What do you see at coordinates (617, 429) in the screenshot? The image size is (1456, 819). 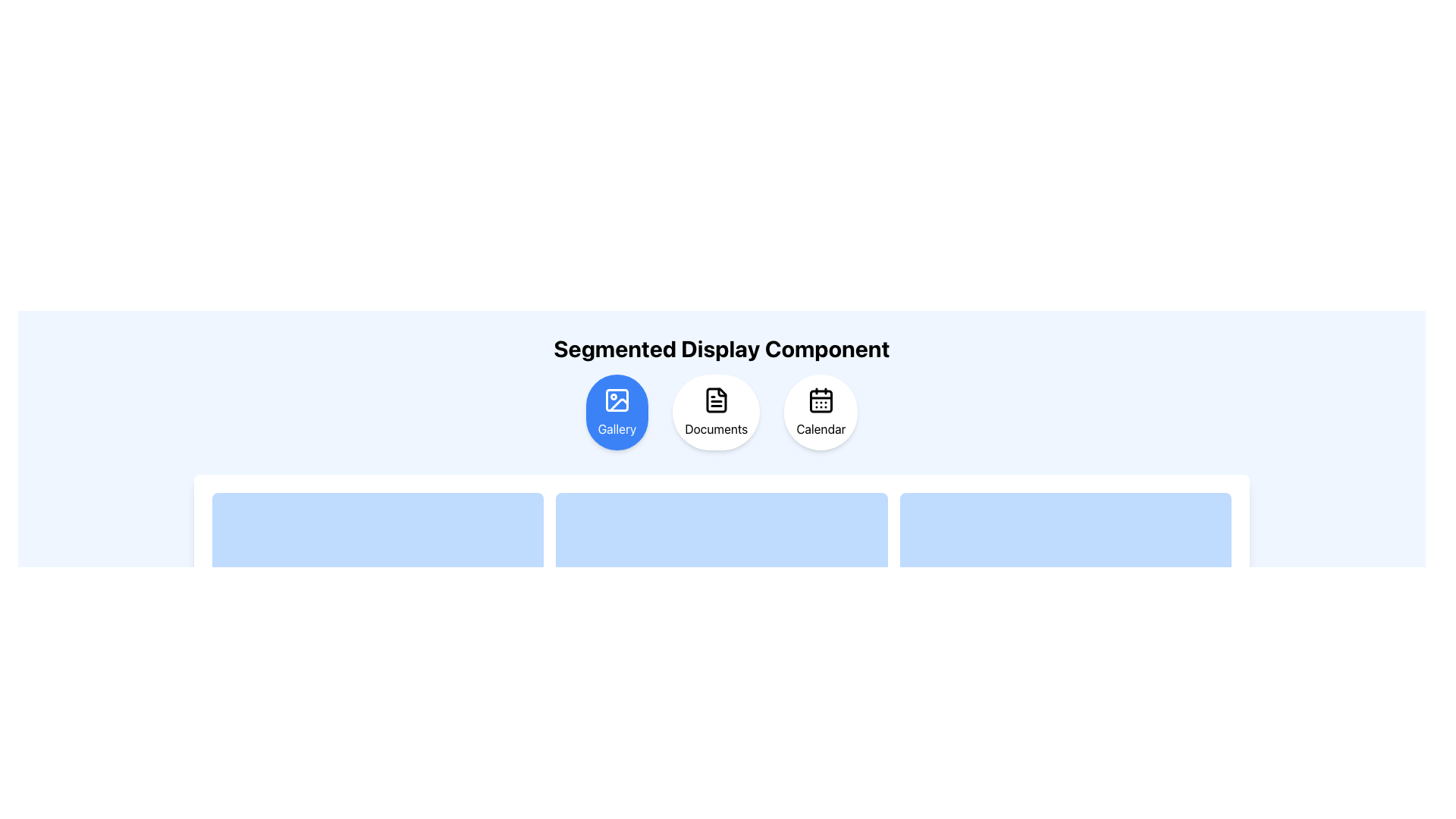 I see `text label displaying 'Gallery', which is styled in white font on a blue background and located below an image icon within a circular button` at bounding box center [617, 429].